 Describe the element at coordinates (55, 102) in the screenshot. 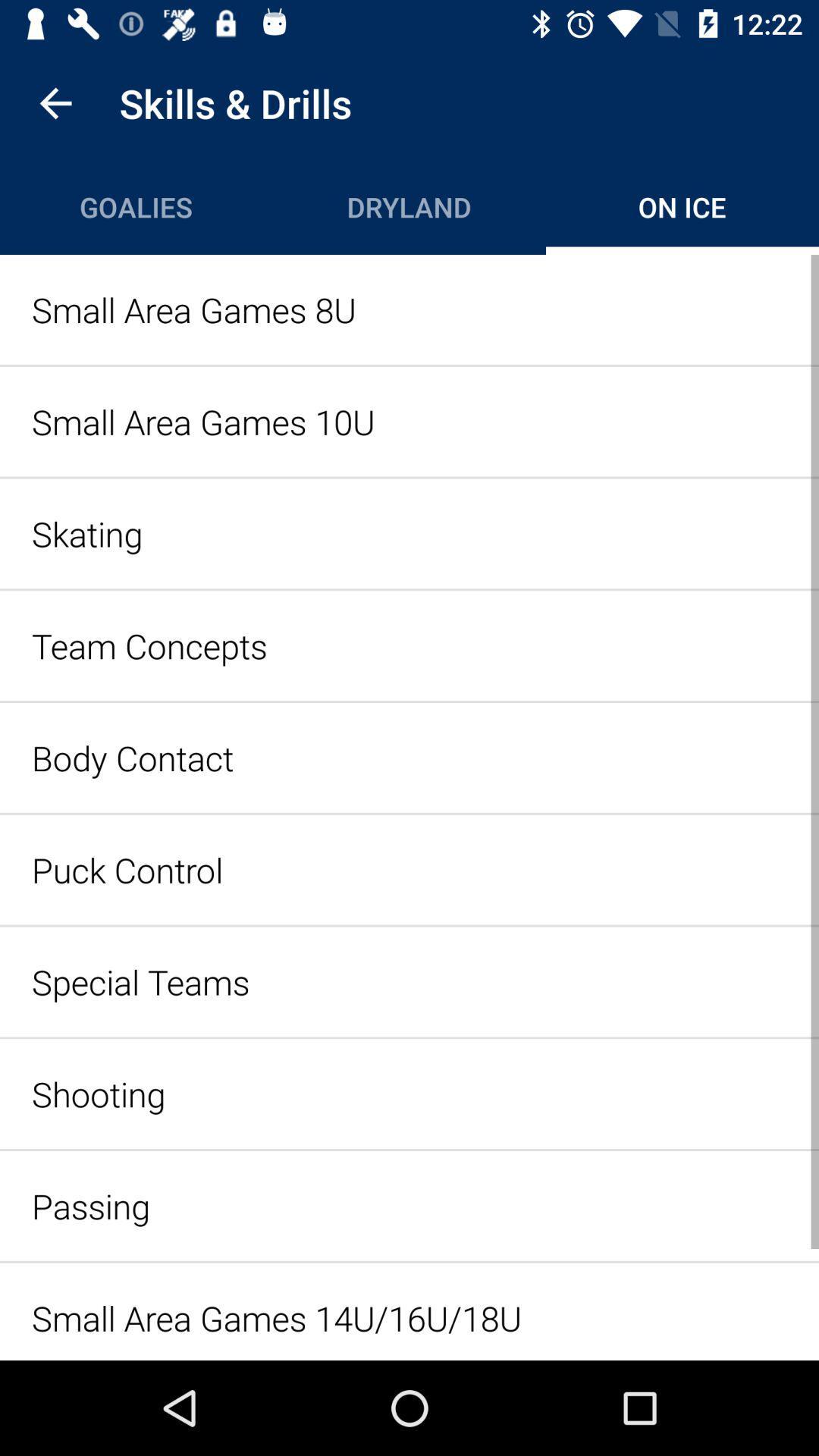

I see `item above goalies icon` at that location.